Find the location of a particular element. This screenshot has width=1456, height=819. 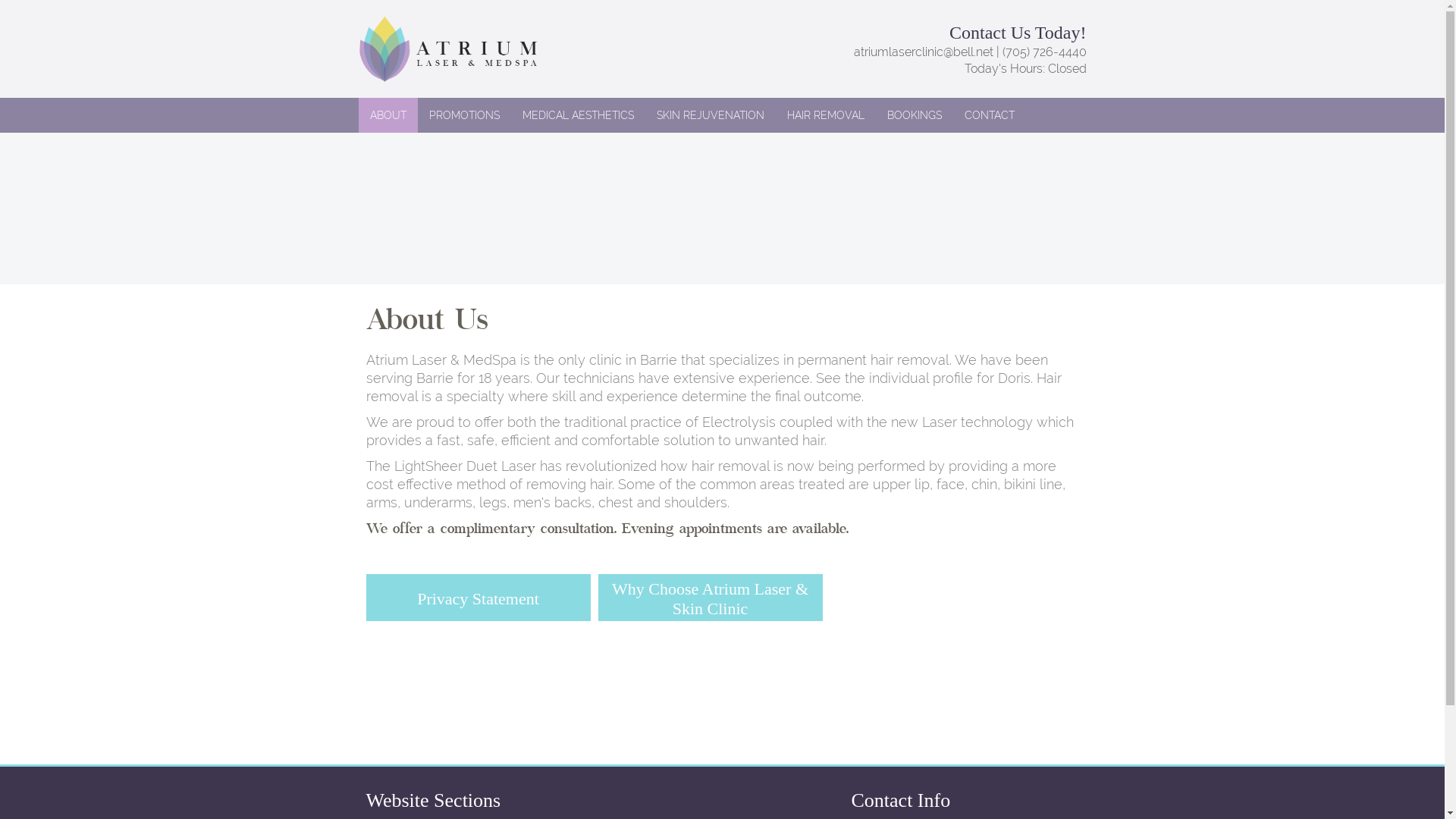

'Why Choose Atrium Laser & Skin Clinic' is located at coordinates (709, 598).